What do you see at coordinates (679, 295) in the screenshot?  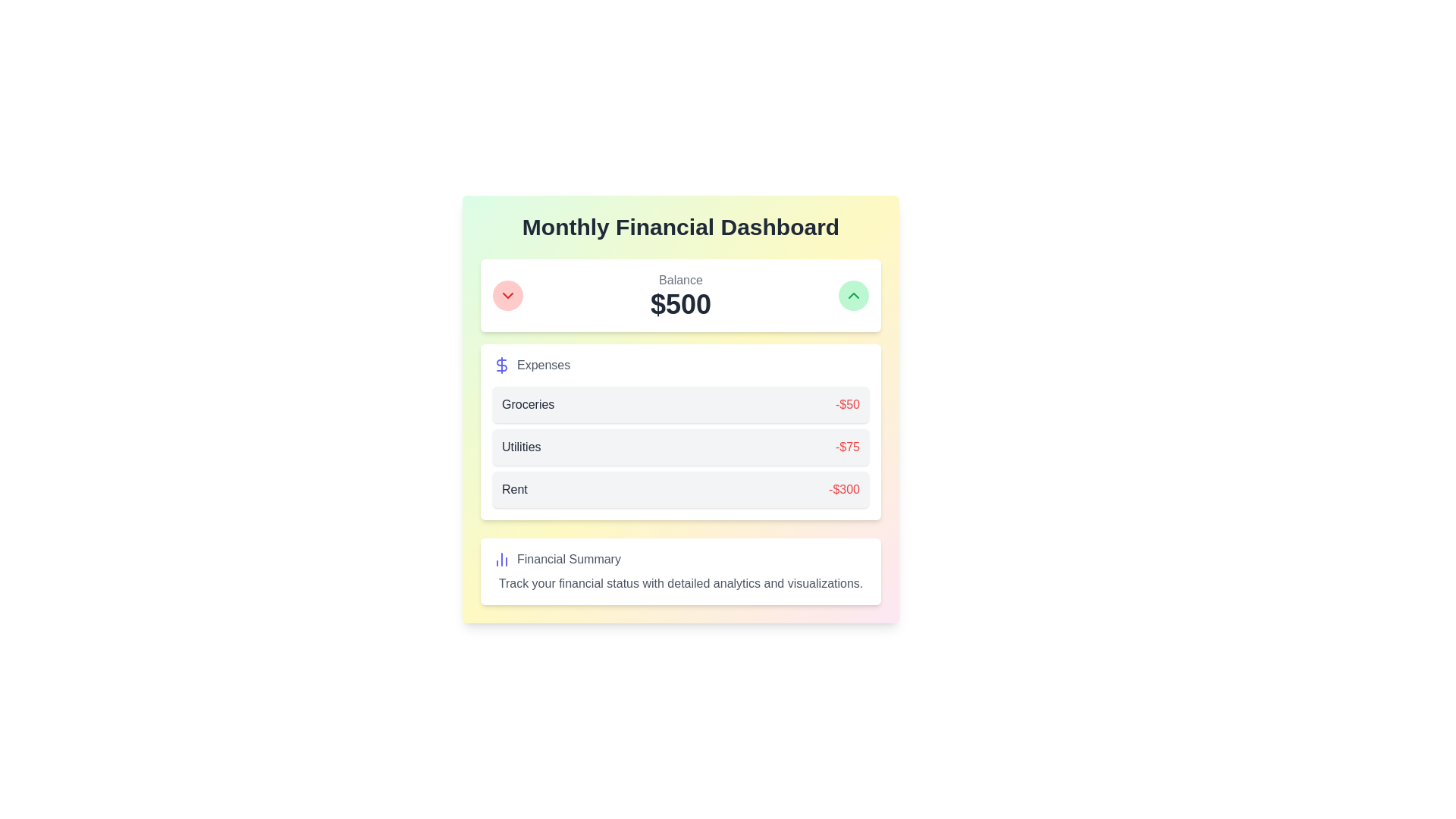 I see `the Text Display element that shows the current balance amount ('$500') in the financial dashboard interface, centrally positioned within the white card section` at bounding box center [679, 295].